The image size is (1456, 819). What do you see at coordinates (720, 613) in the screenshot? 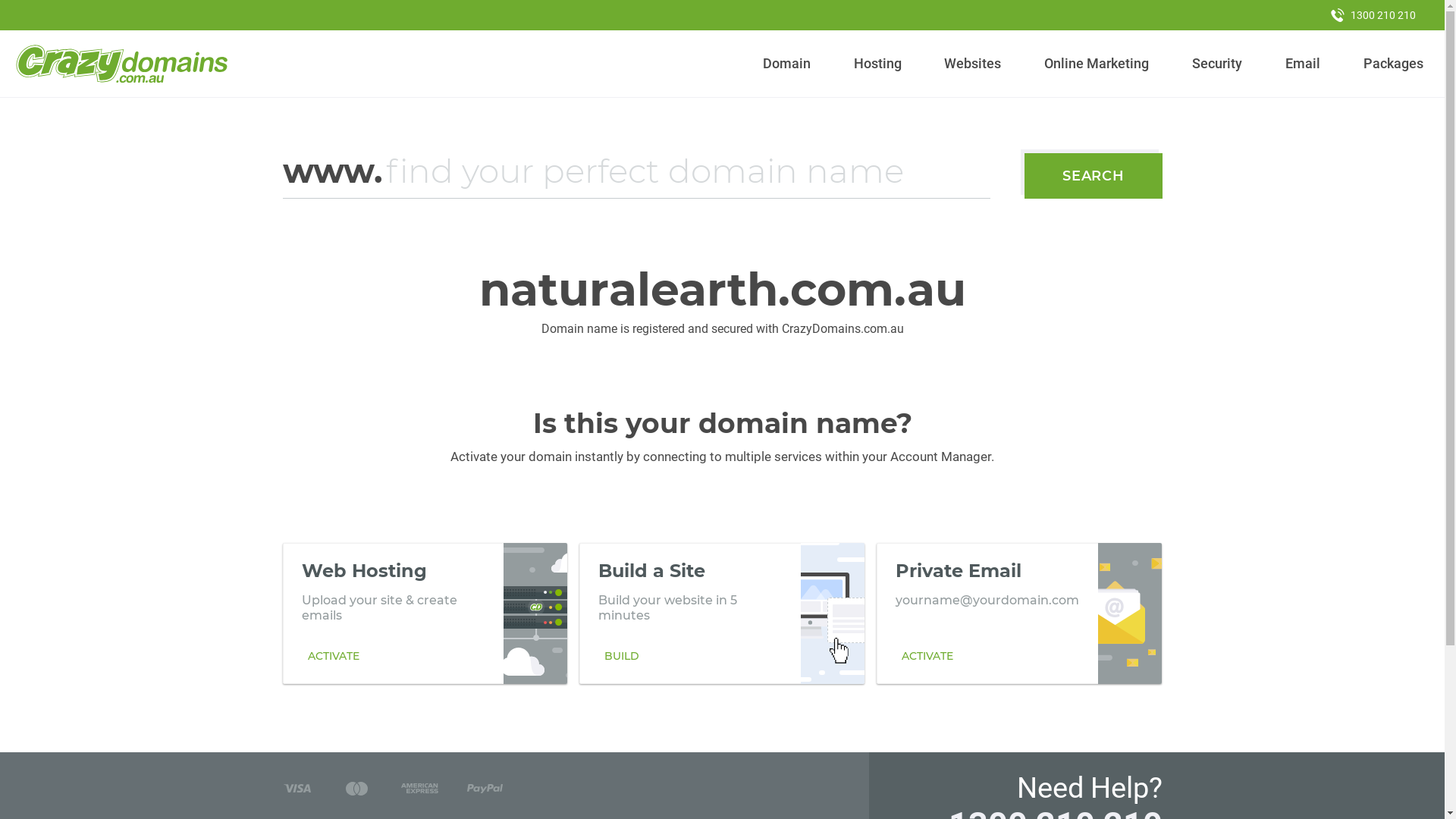
I see `'Build a Site` at bounding box center [720, 613].